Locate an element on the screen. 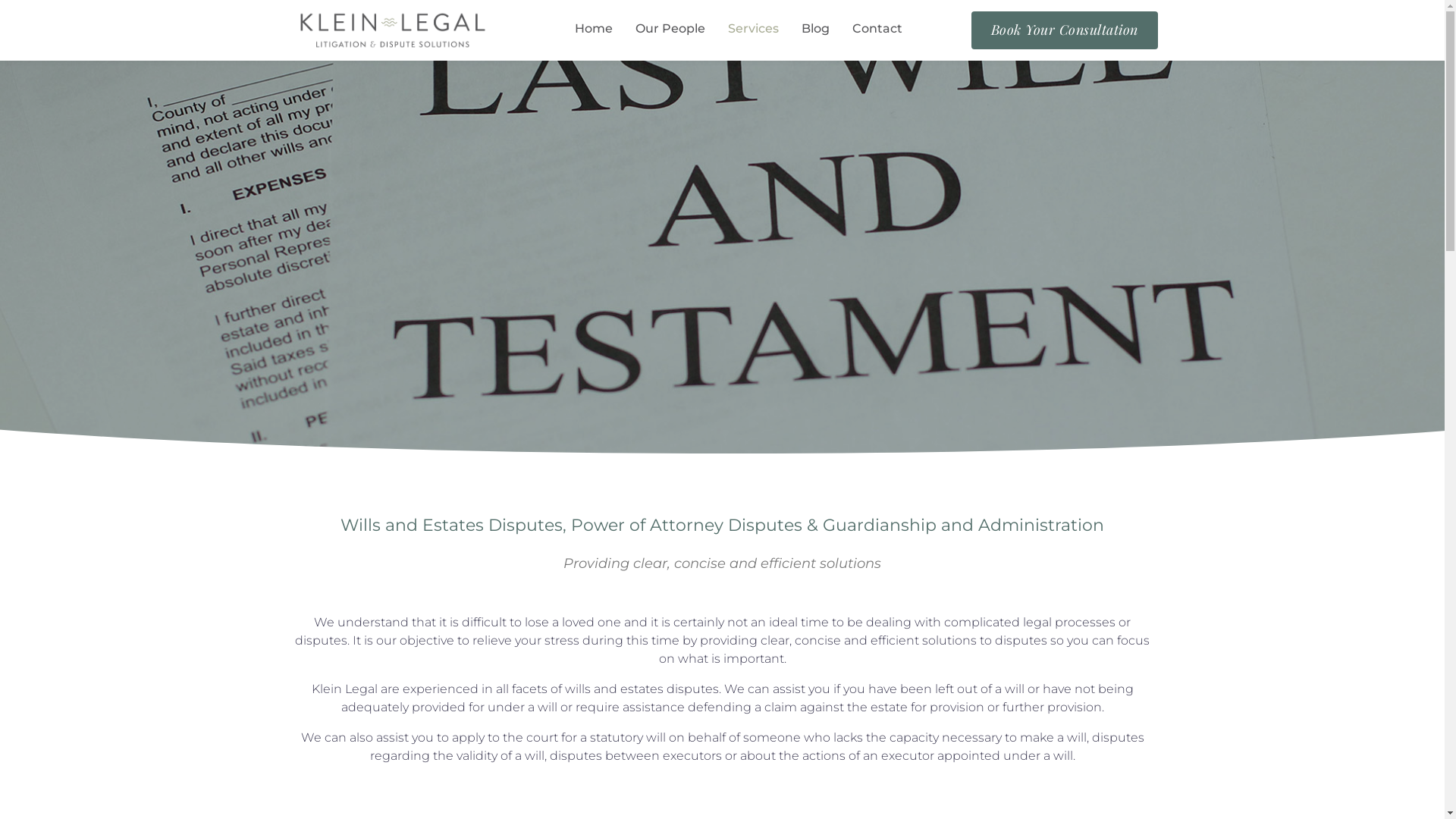 Image resolution: width=1456 pixels, height=819 pixels. 'Contact' is located at coordinates (852, 30).